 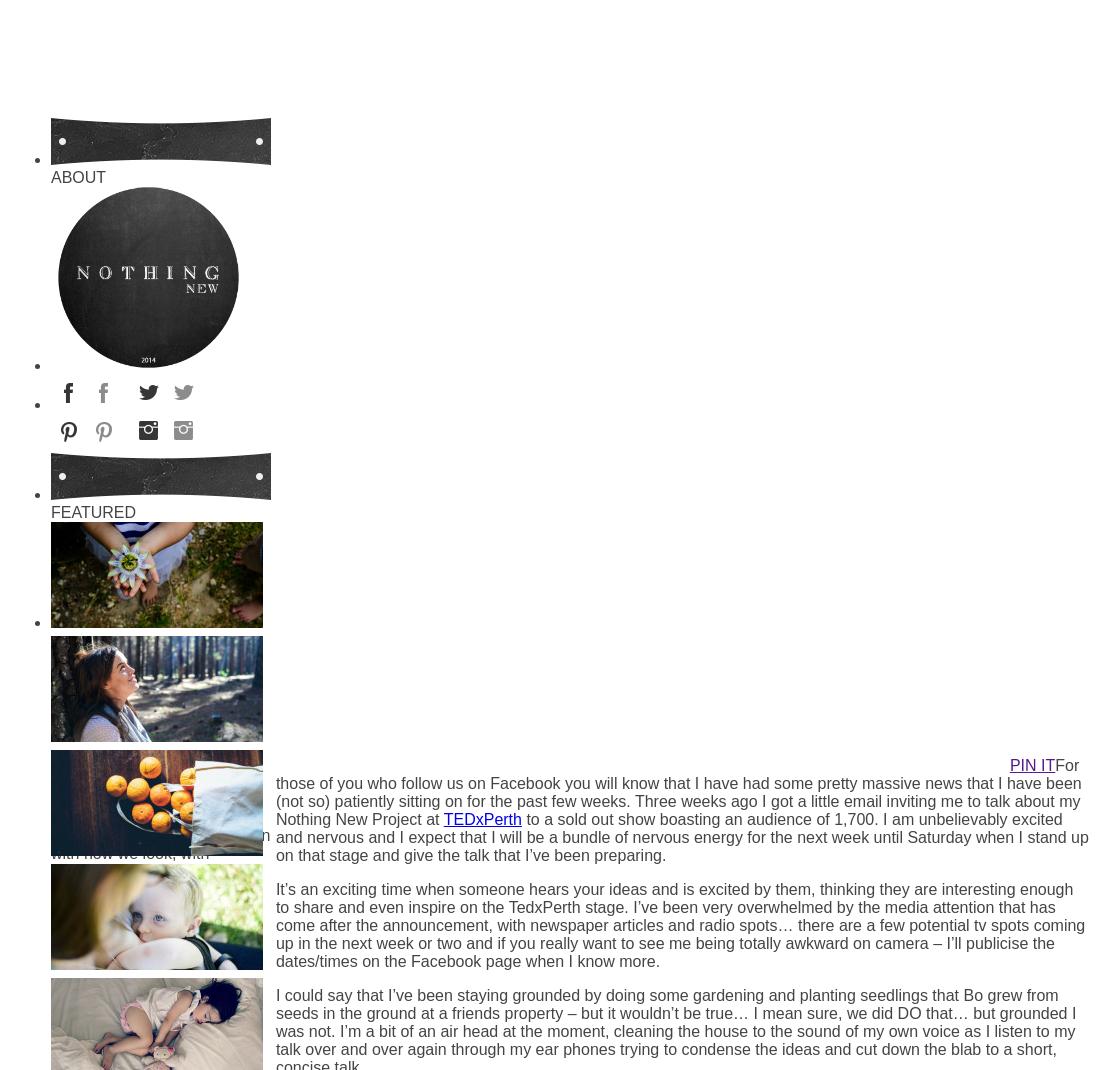 What do you see at coordinates (1032, 764) in the screenshot?
I see `'PIN IT'` at bounding box center [1032, 764].